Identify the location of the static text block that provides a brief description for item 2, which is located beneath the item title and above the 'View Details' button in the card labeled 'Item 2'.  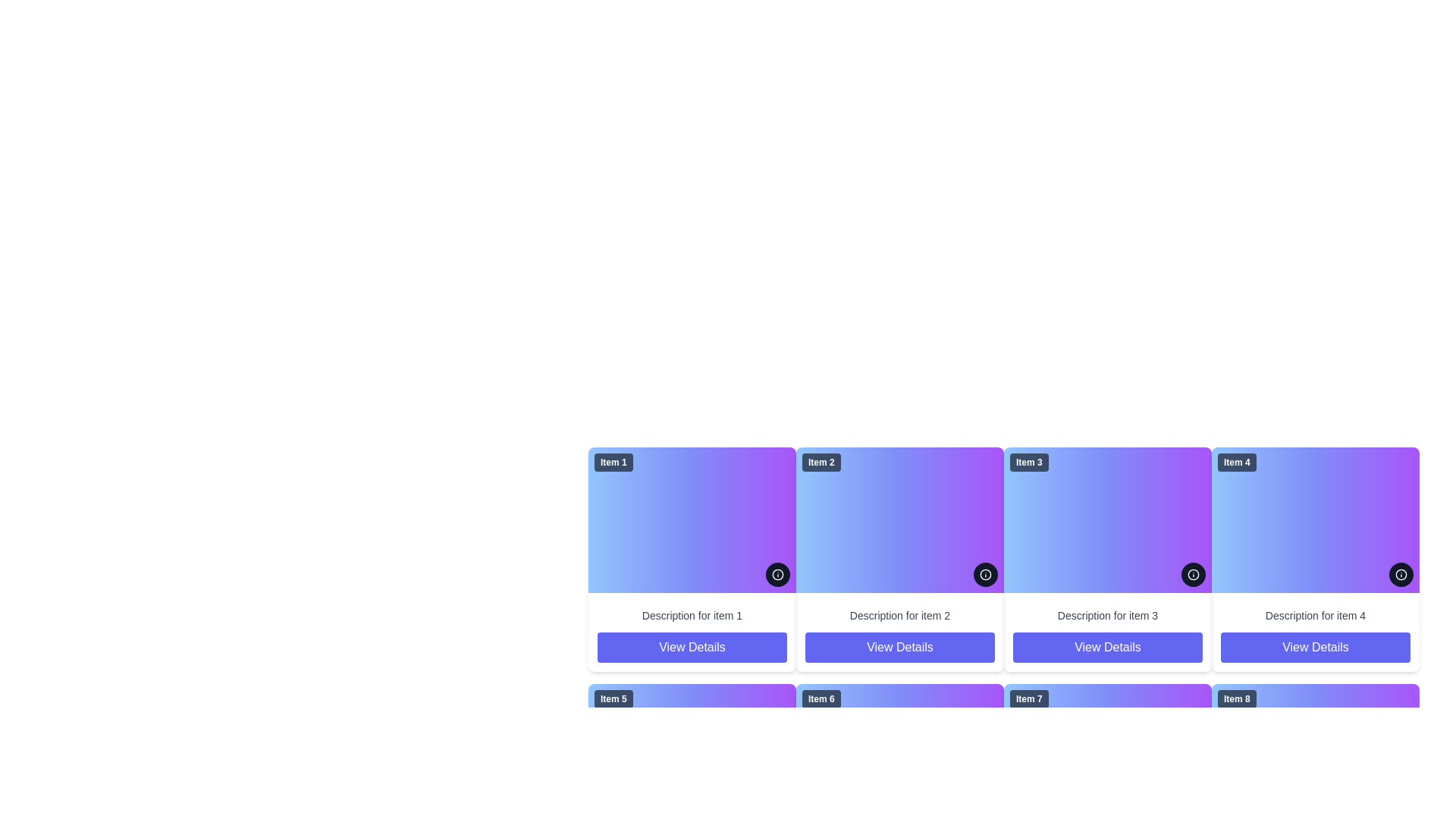
(899, 616).